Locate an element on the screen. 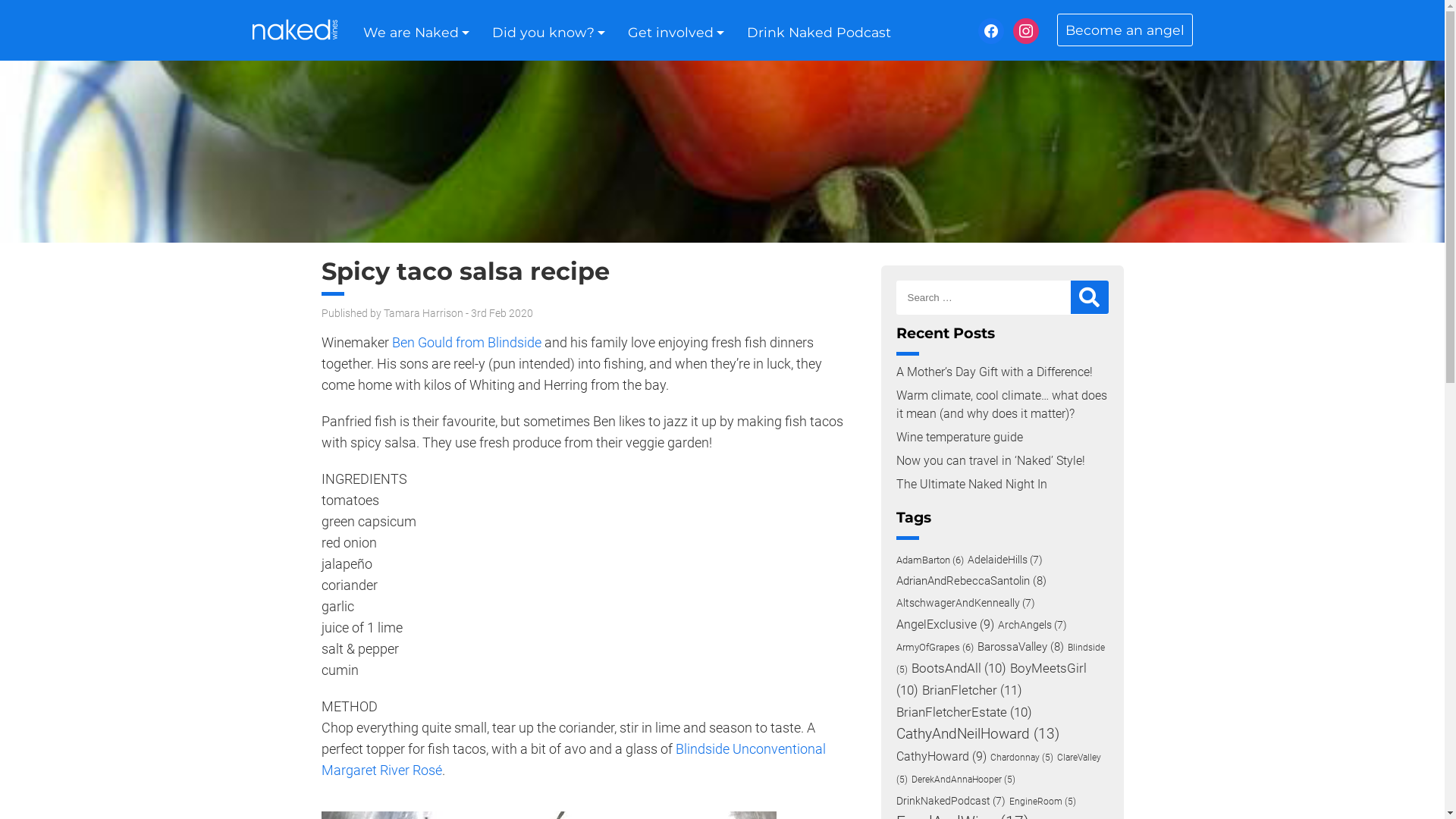  'Wine temperature guide' is located at coordinates (959, 437).